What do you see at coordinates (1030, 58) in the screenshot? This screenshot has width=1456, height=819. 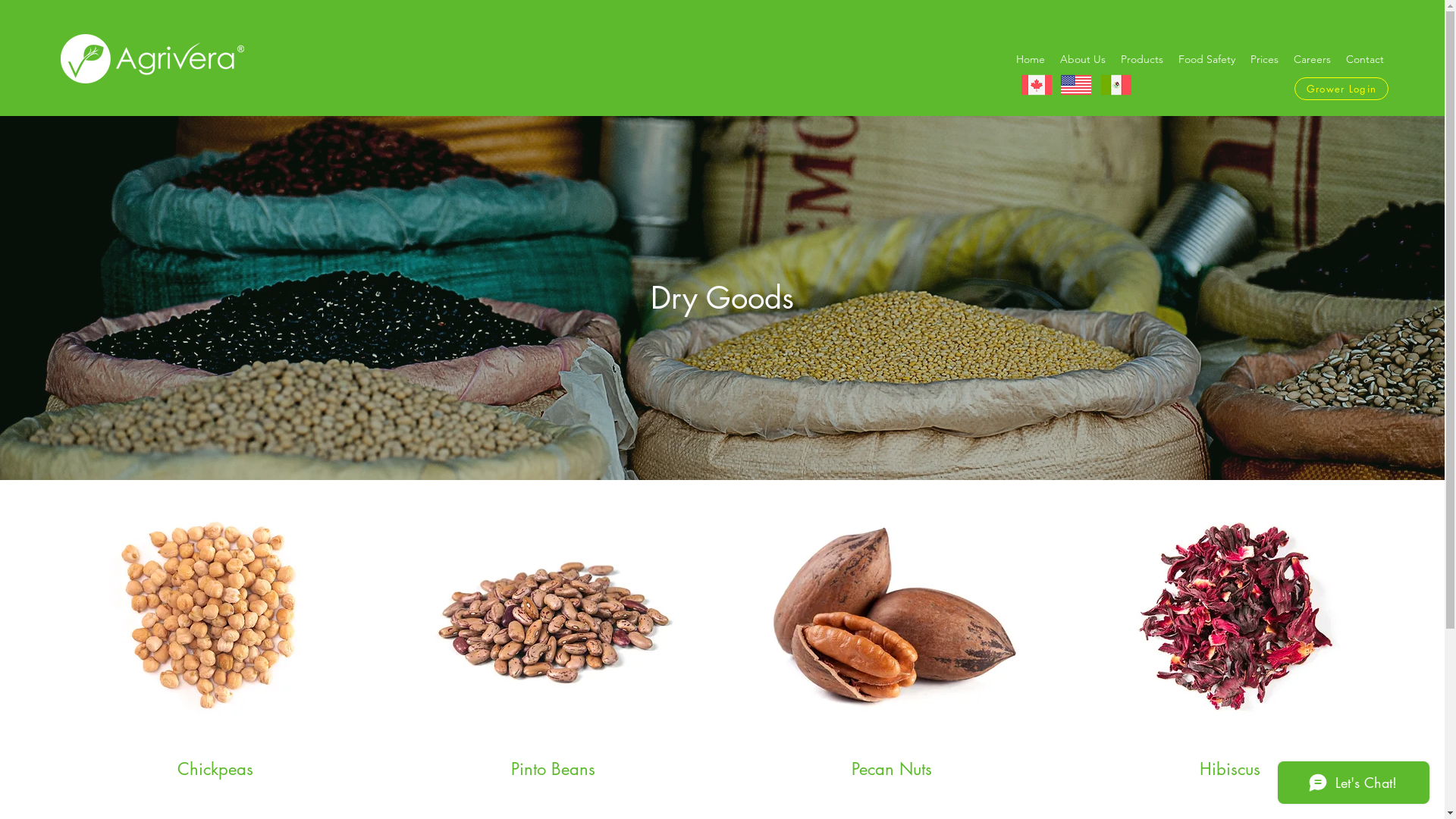 I see `'Home'` at bounding box center [1030, 58].